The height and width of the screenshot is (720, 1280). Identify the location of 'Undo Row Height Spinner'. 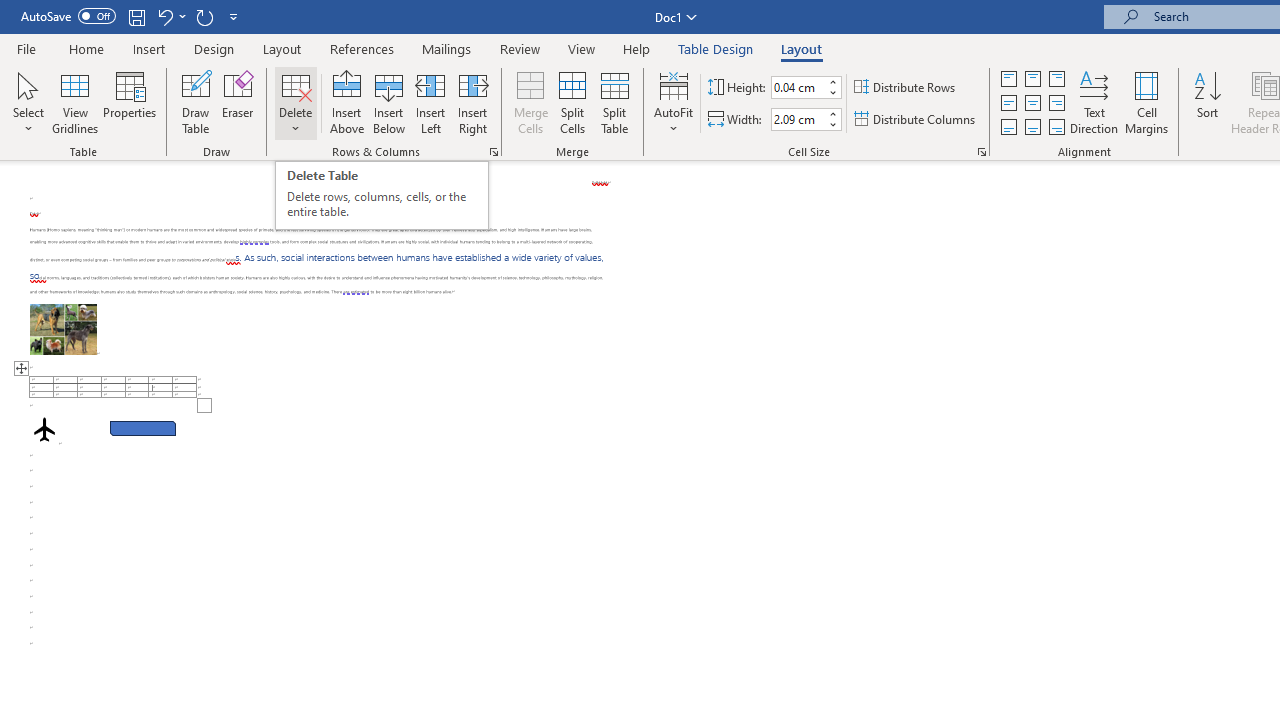
(170, 16).